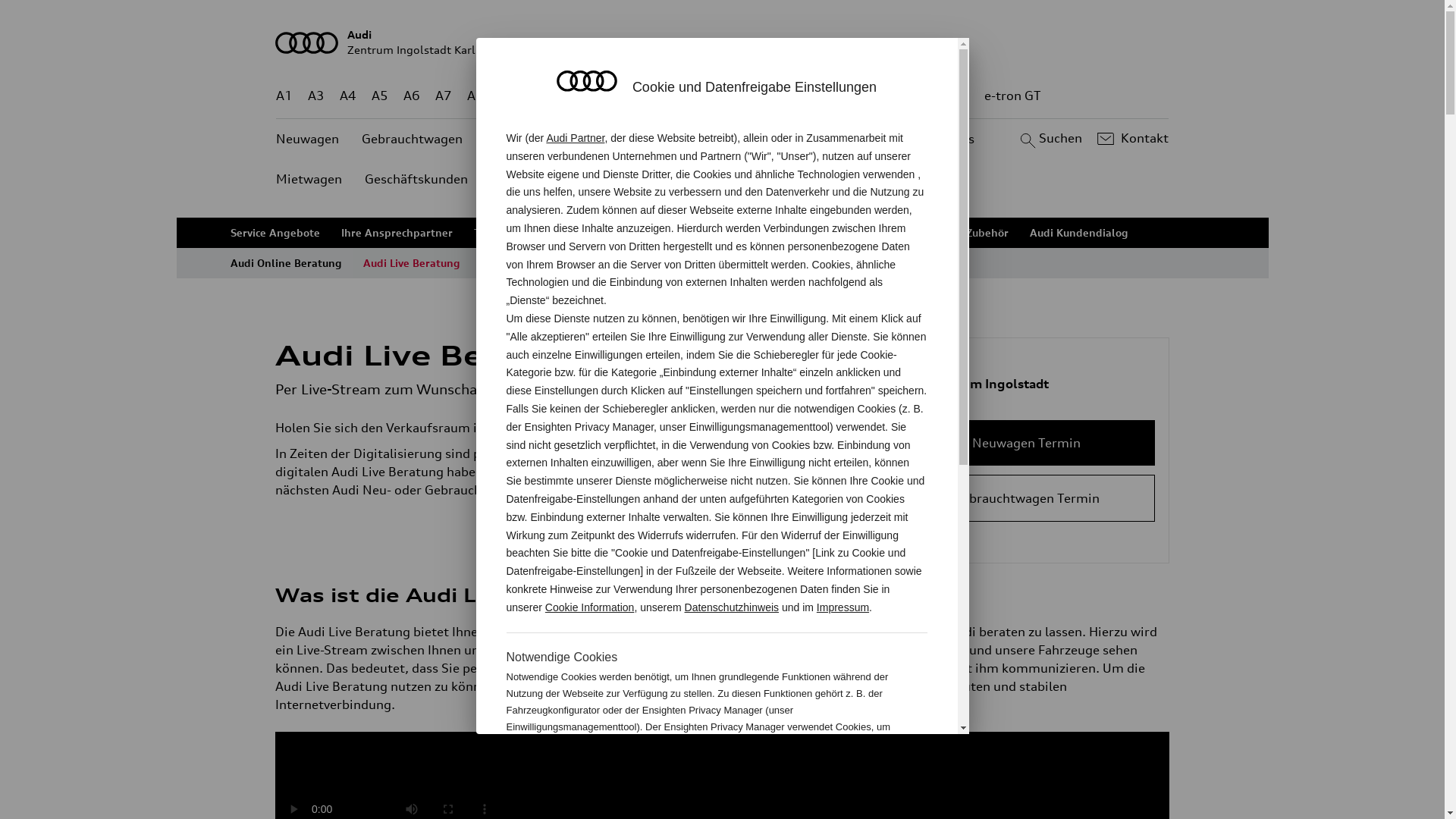 This screenshot has height=819, width=1456. I want to click on 'Q2', so click(507, 96).